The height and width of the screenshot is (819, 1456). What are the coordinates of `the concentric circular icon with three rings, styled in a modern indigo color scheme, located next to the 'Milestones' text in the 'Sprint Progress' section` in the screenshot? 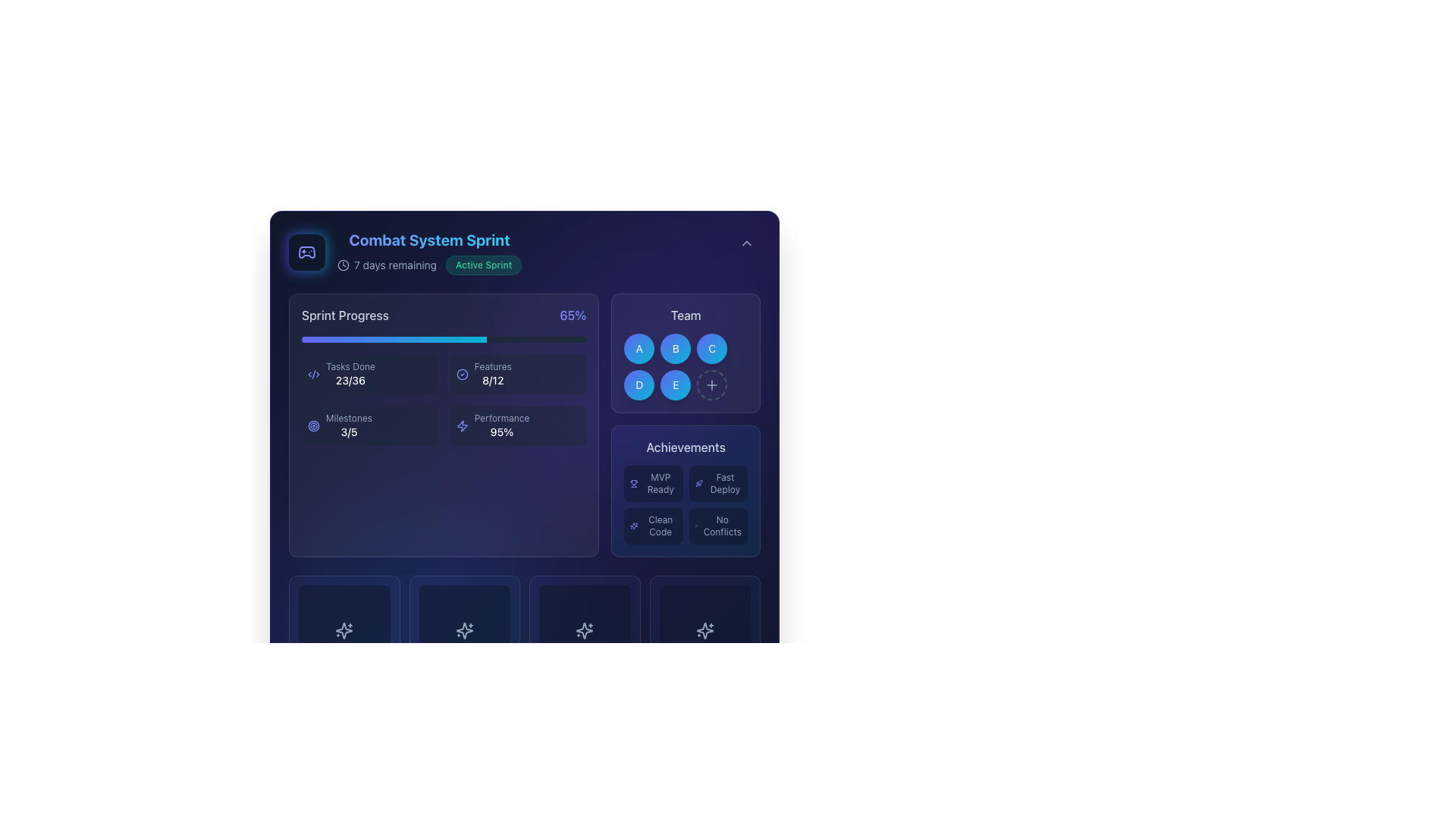 It's located at (312, 426).